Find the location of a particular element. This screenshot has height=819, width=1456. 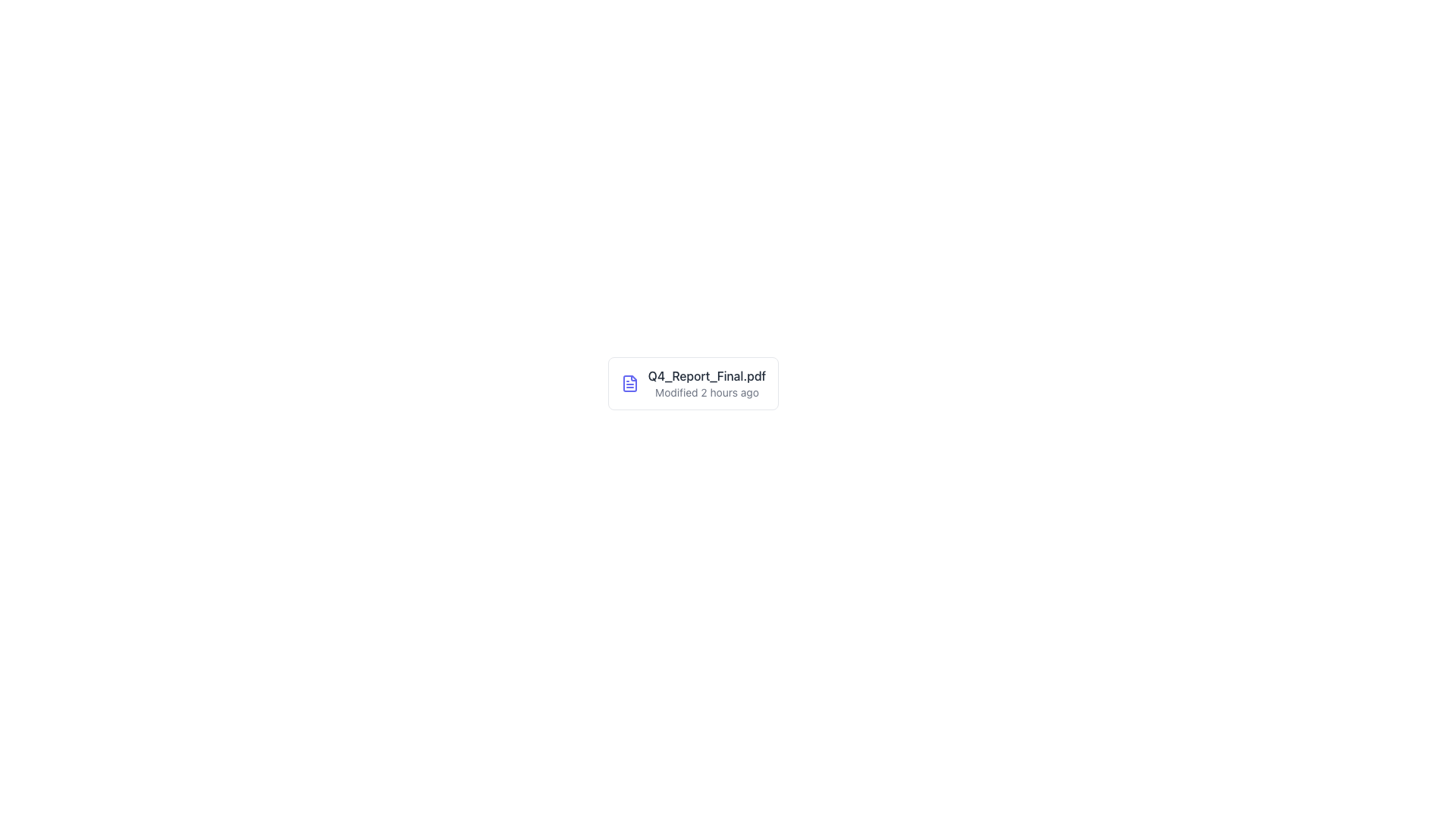

the blue document icon representing 'Q4_Report_Final.pdf' is located at coordinates (629, 382).